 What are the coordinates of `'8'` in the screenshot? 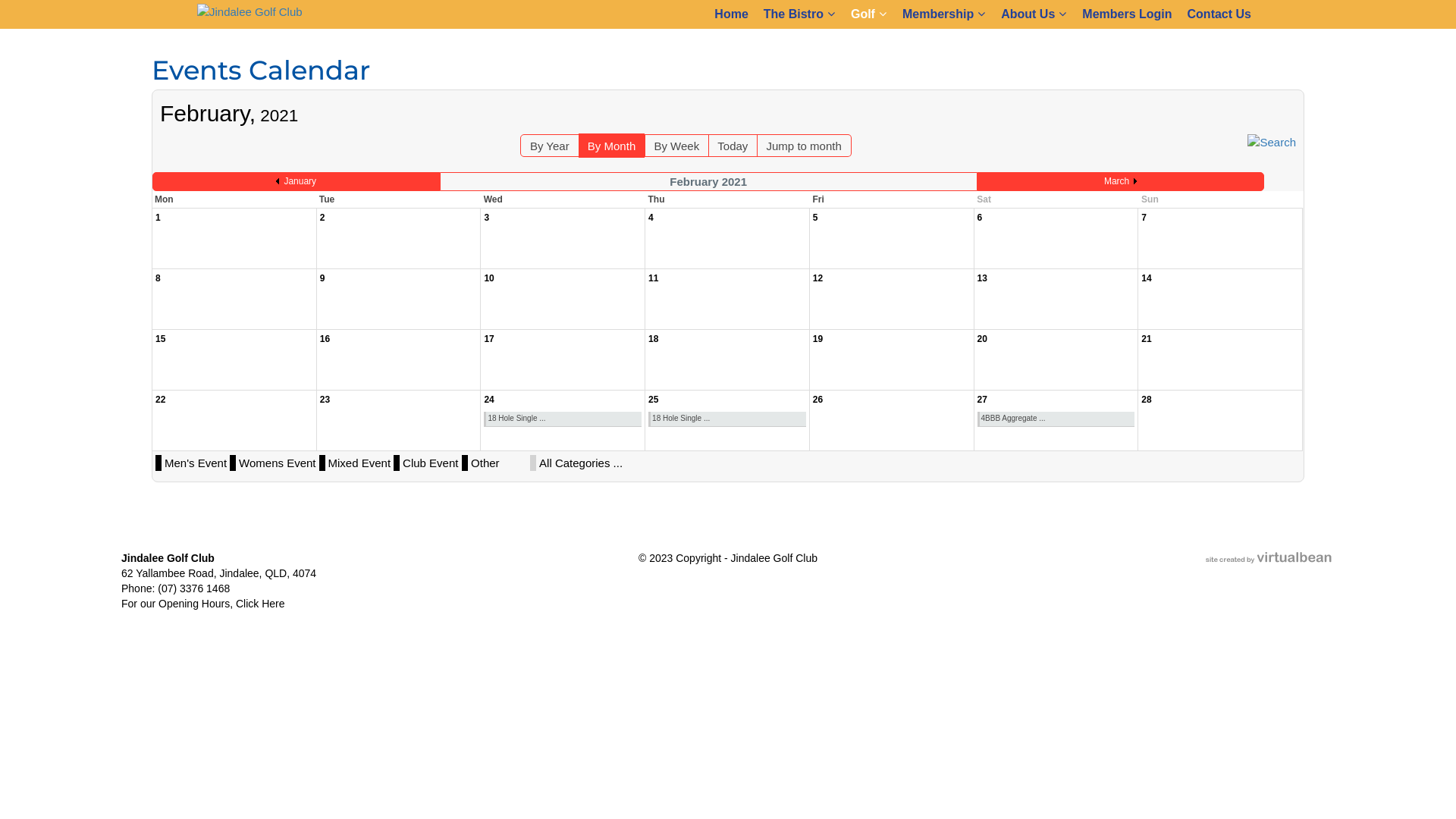 It's located at (158, 278).